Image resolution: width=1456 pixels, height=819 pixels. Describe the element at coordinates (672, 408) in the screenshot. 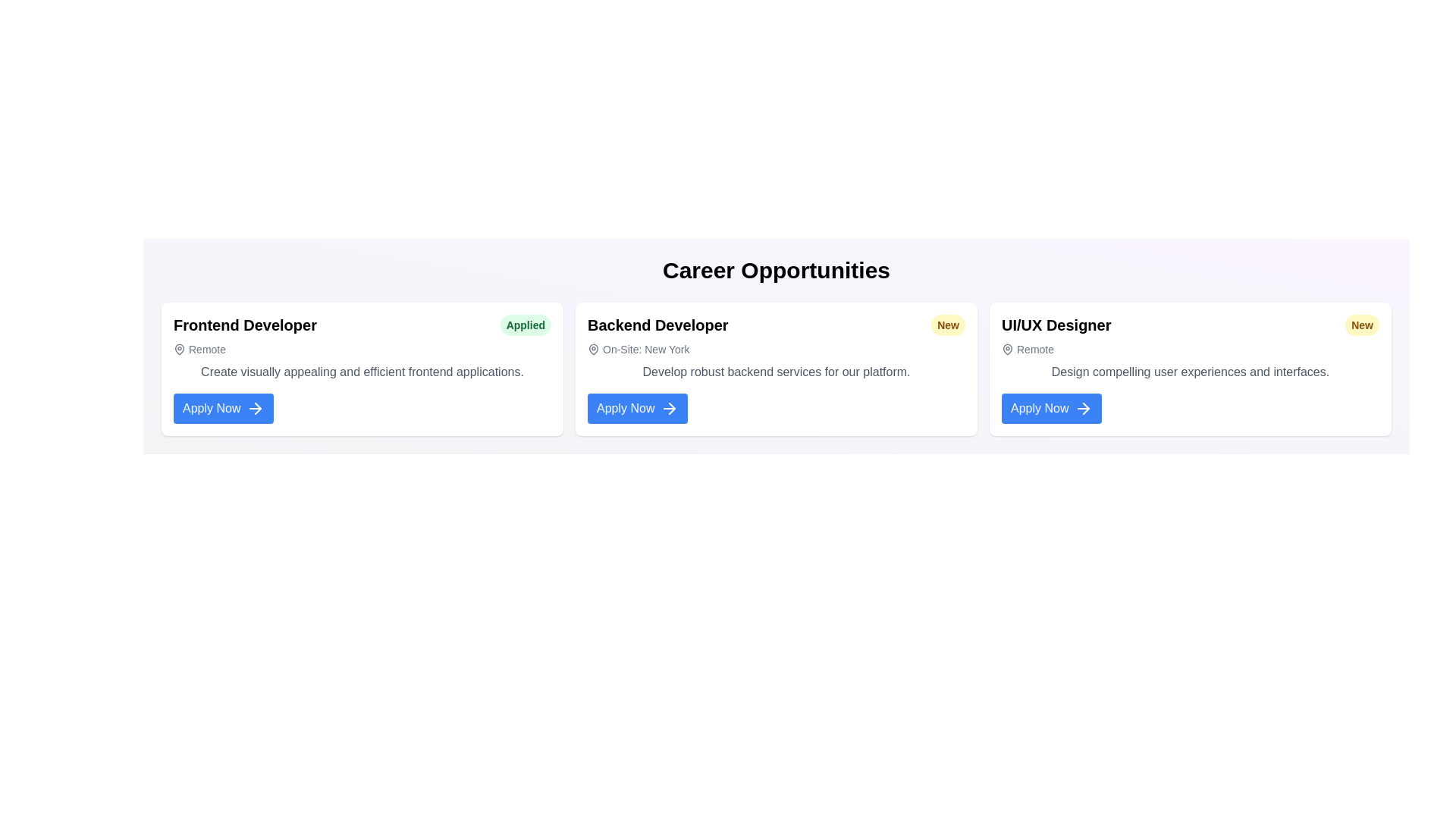

I see `the arrow icon located at the right side of the 'Apply Now' button under the 'Backend Developer' section` at that location.